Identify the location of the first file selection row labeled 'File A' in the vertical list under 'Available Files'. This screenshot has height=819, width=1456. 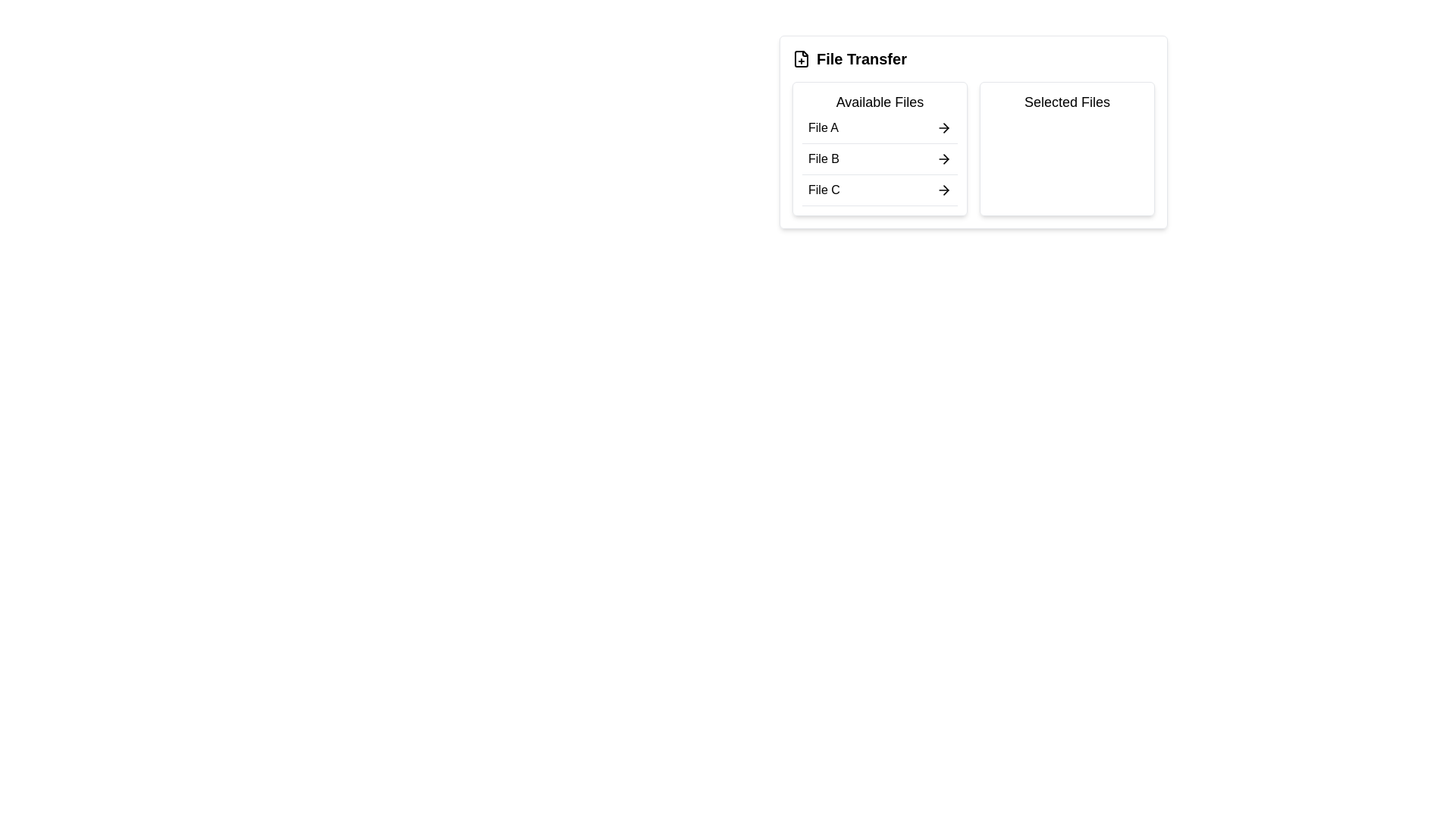
(880, 127).